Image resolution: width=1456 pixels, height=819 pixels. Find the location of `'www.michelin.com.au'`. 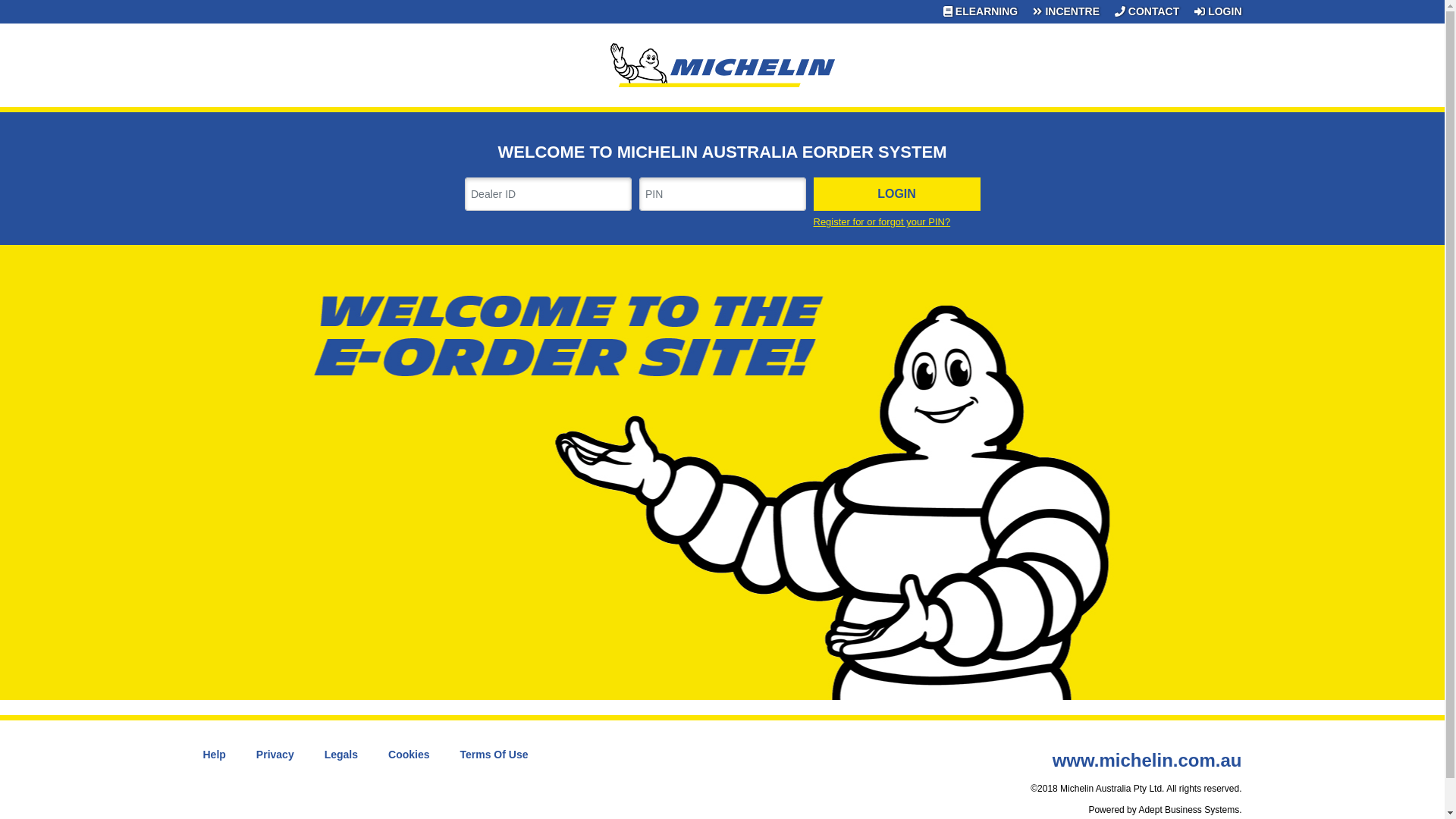

'www.michelin.com.au' is located at coordinates (1147, 760).